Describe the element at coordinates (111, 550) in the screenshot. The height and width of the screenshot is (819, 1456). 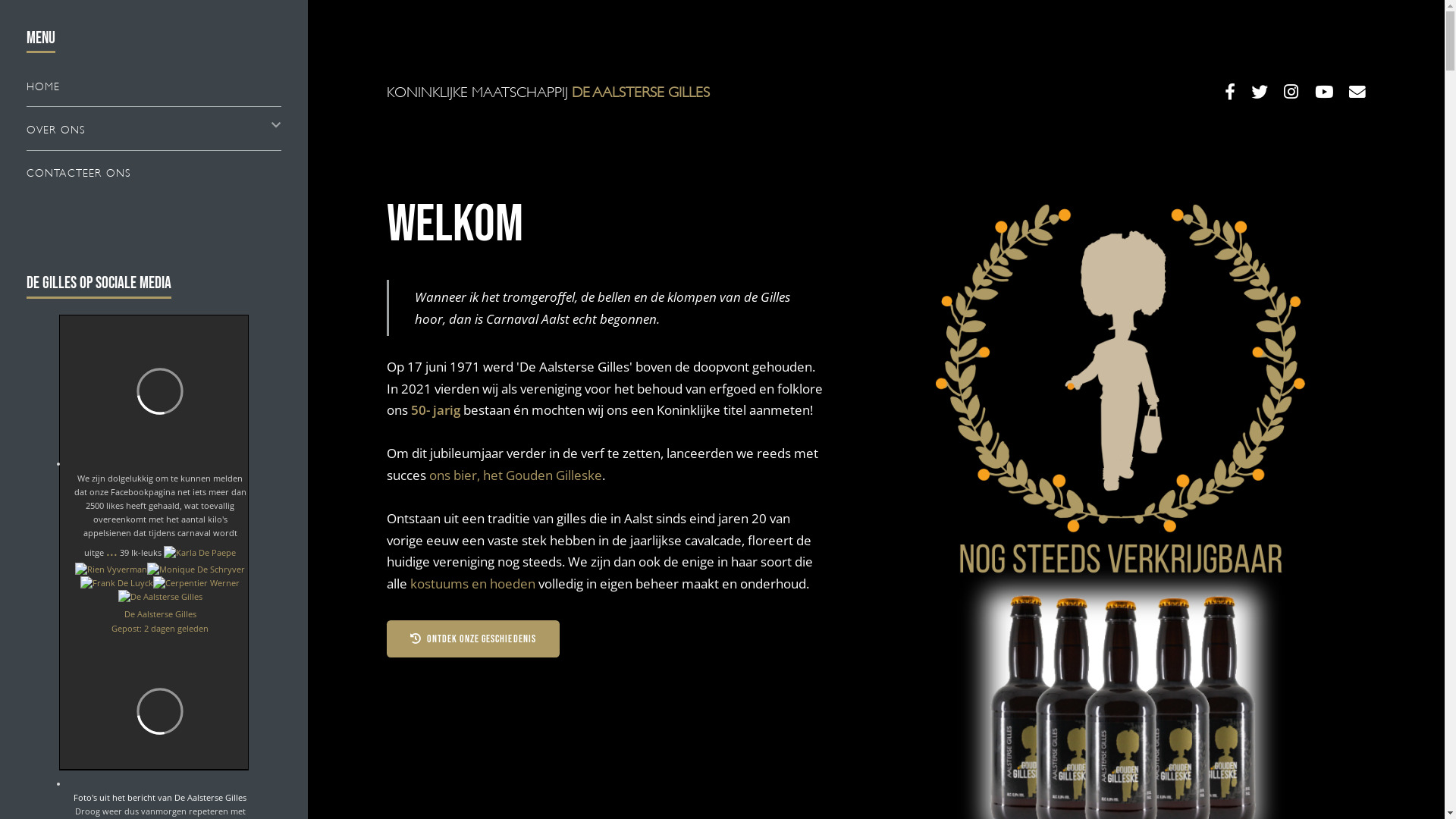
I see `'...'` at that location.